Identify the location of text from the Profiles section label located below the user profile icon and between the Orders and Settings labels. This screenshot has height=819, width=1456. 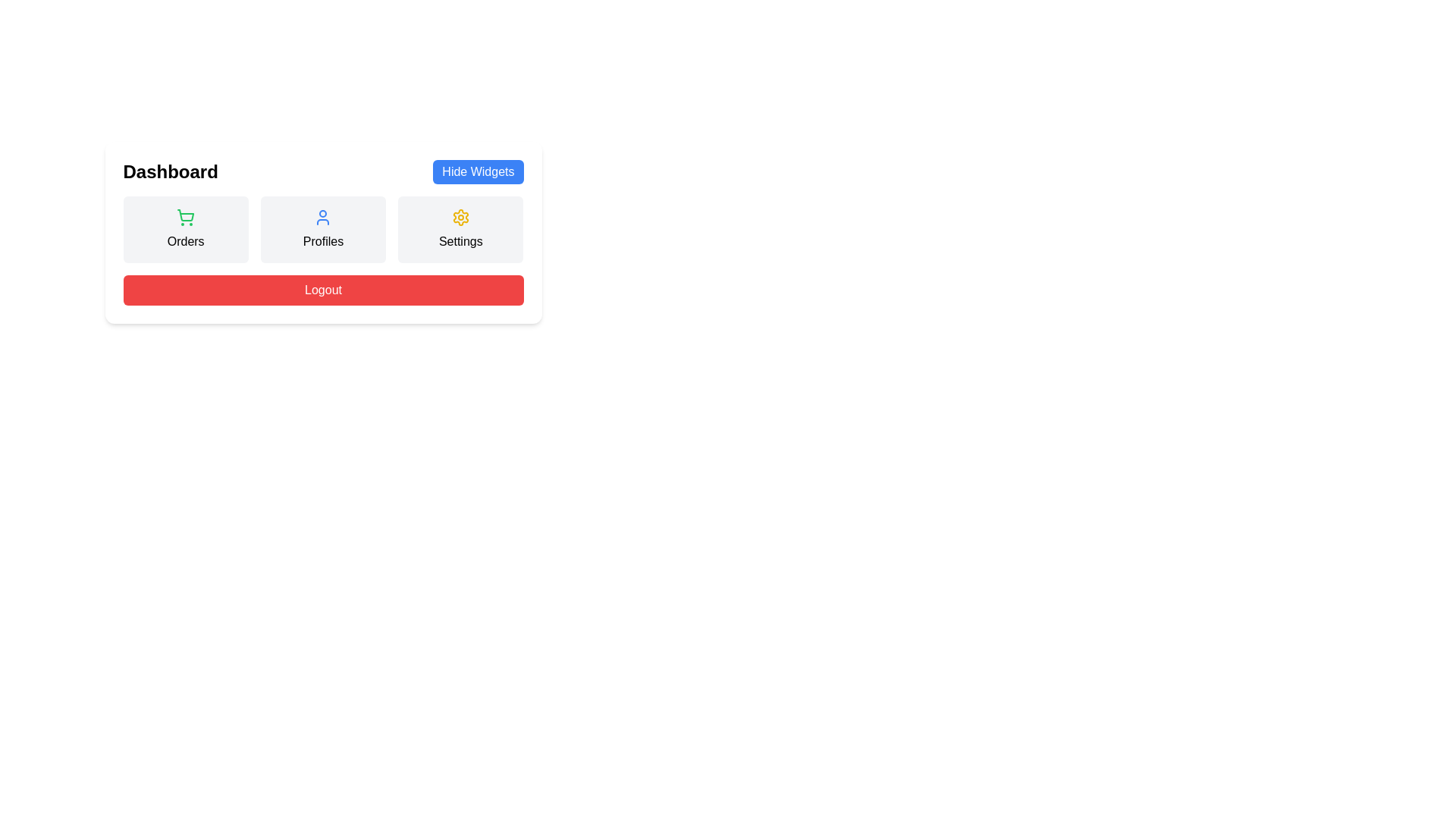
(322, 241).